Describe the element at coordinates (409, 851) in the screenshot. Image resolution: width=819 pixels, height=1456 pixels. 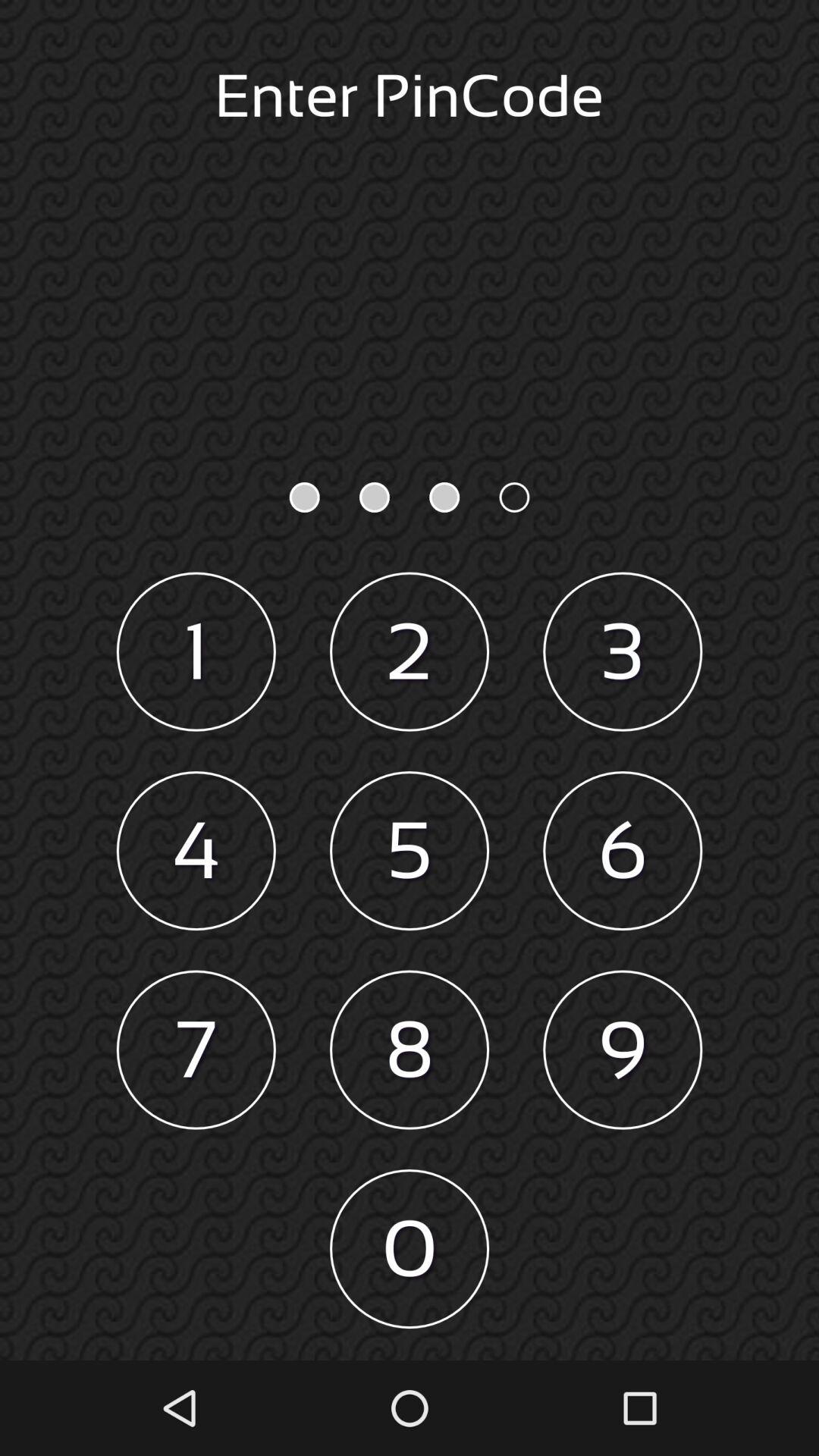
I see `the icon to the left of 6 item` at that location.